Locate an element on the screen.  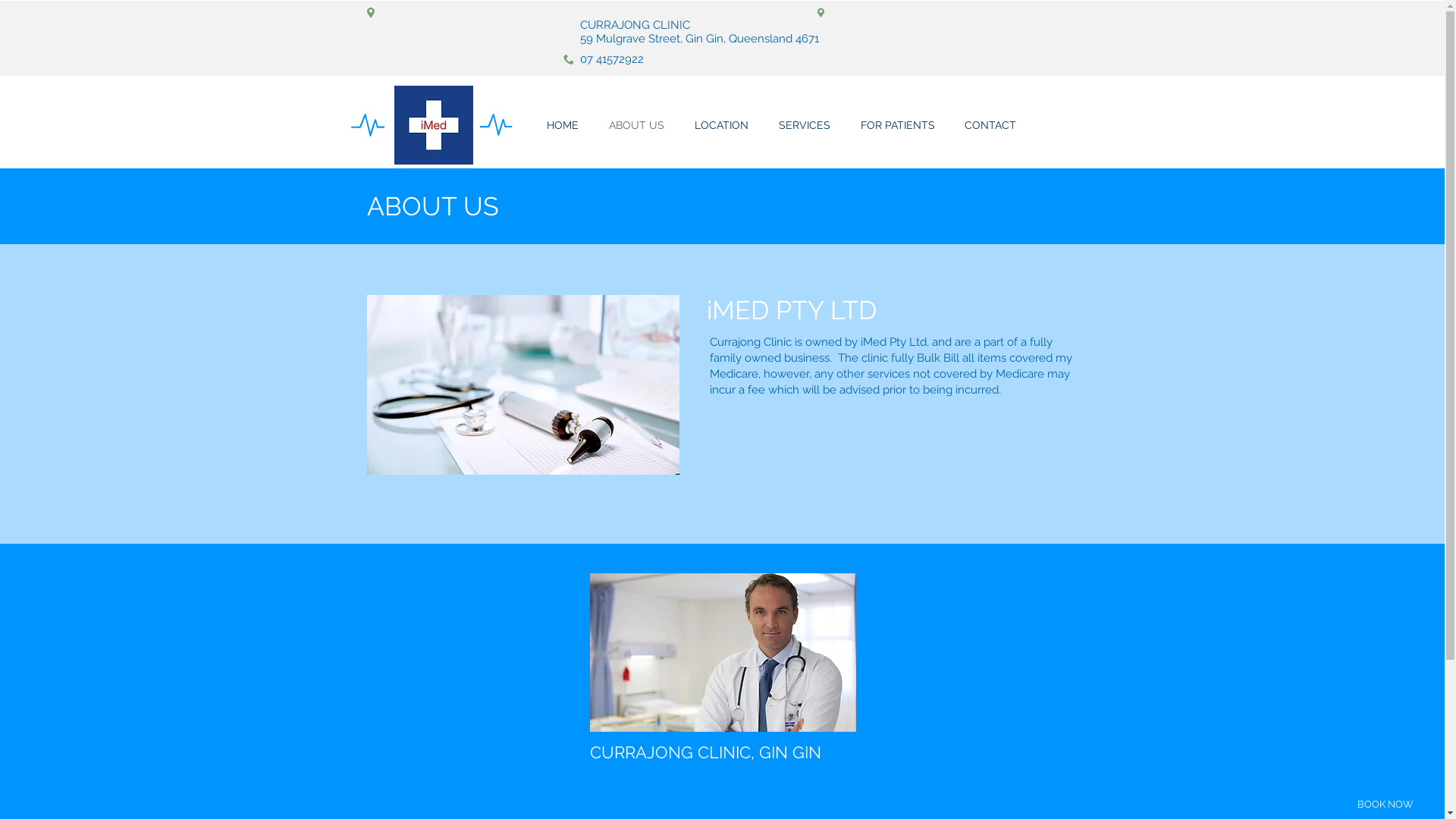
'LOCATION' is located at coordinates (720, 124).